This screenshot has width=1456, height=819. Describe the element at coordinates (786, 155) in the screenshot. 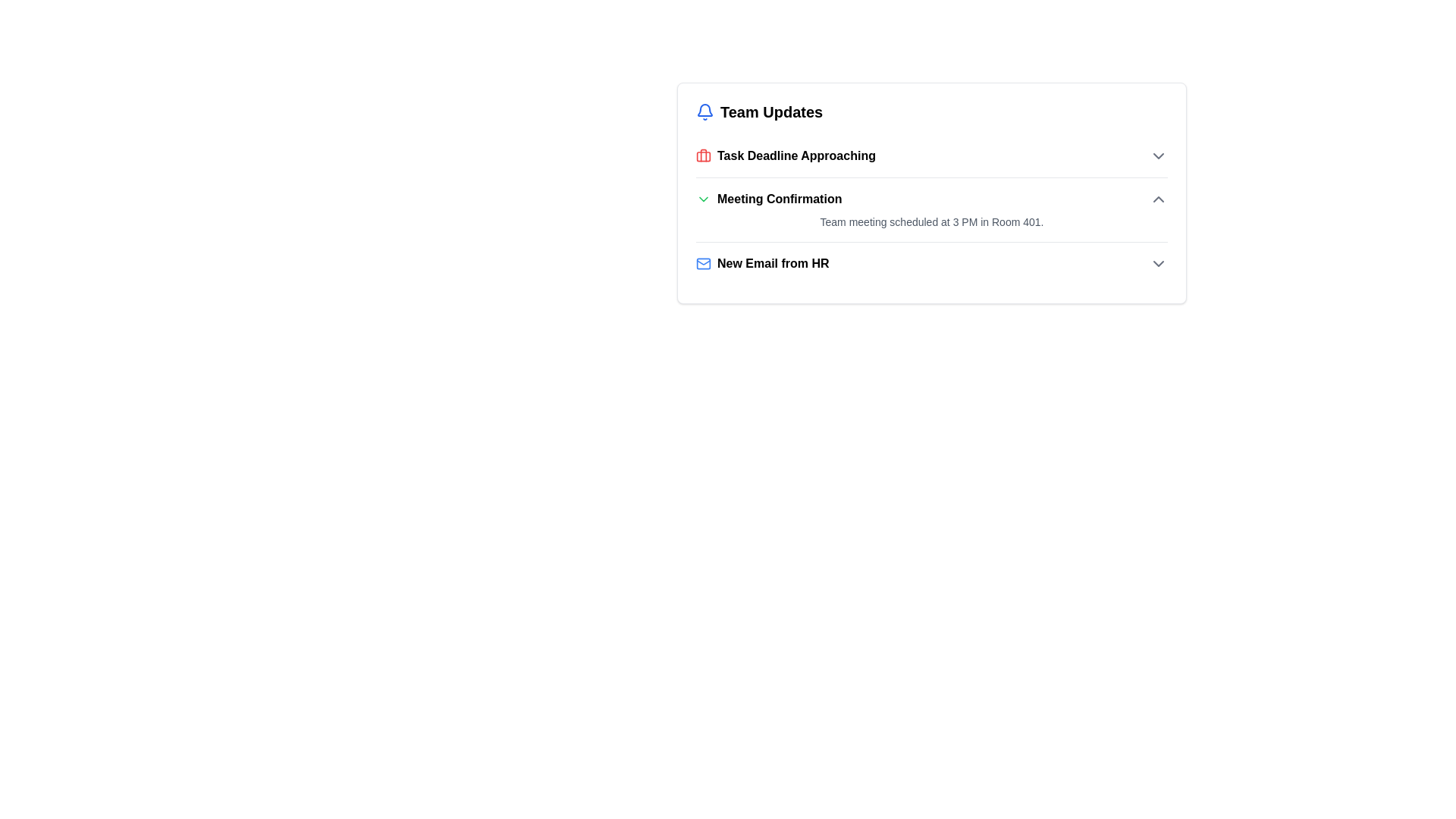

I see `the first Notification item in the 'Team Updates' card` at that location.